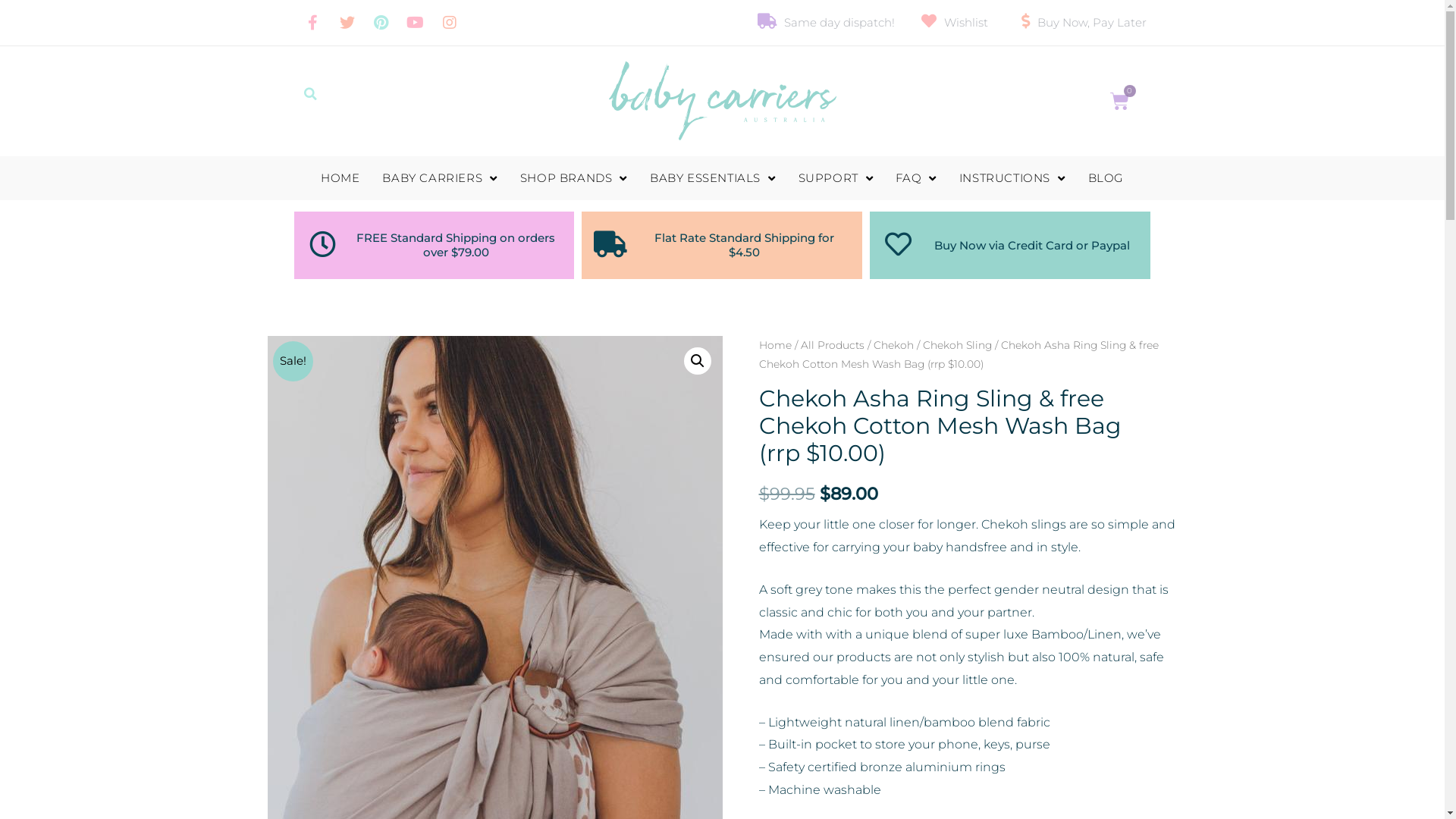 This screenshot has width=1456, height=819. What do you see at coordinates (339, 177) in the screenshot?
I see `'HOME'` at bounding box center [339, 177].